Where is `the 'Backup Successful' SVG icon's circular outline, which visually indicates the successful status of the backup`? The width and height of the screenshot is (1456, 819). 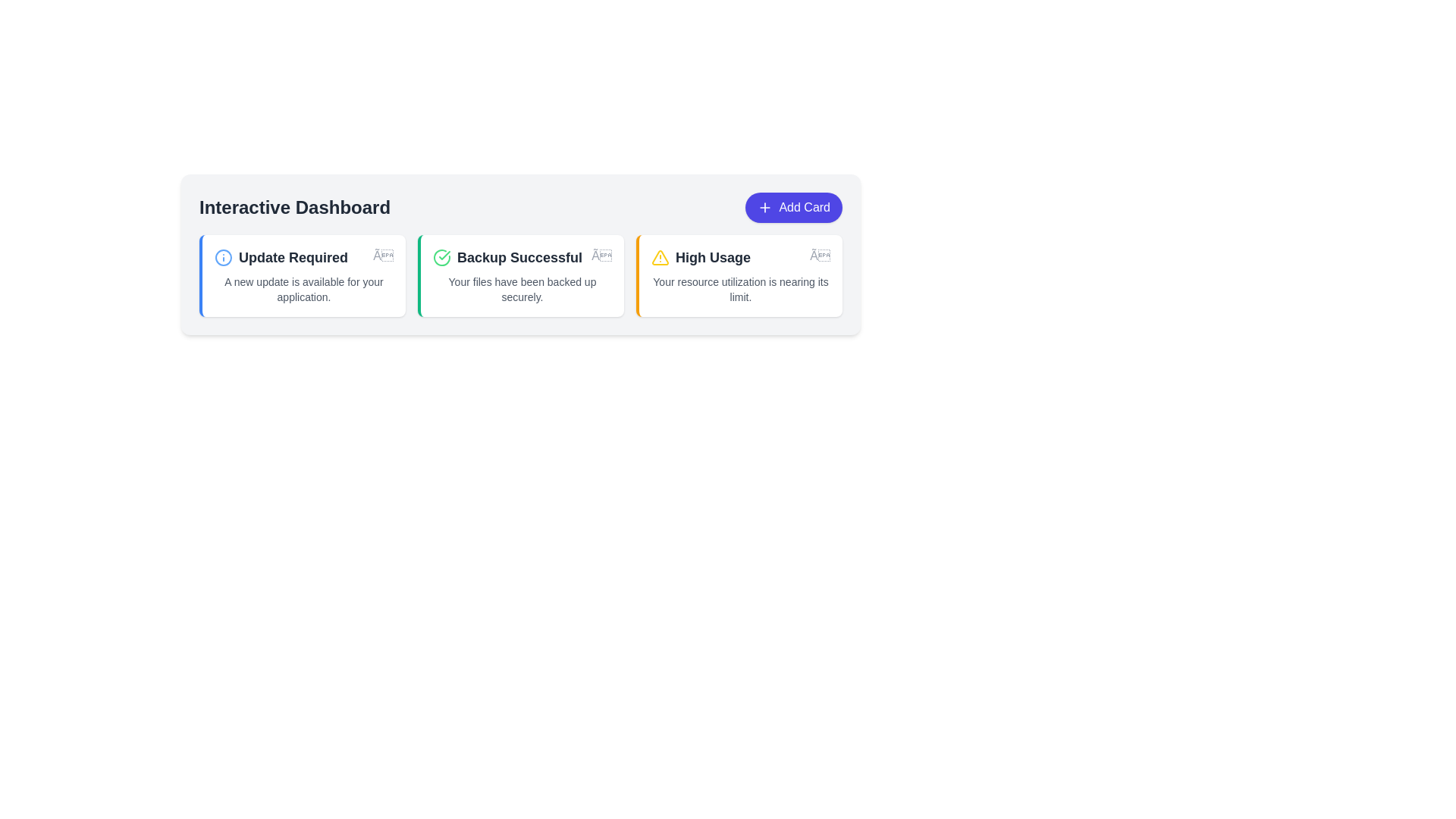 the 'Backup Successful' SVG icon's circular outline, which visually indicates the successful status of the backup is located at coordinates (441, 256).